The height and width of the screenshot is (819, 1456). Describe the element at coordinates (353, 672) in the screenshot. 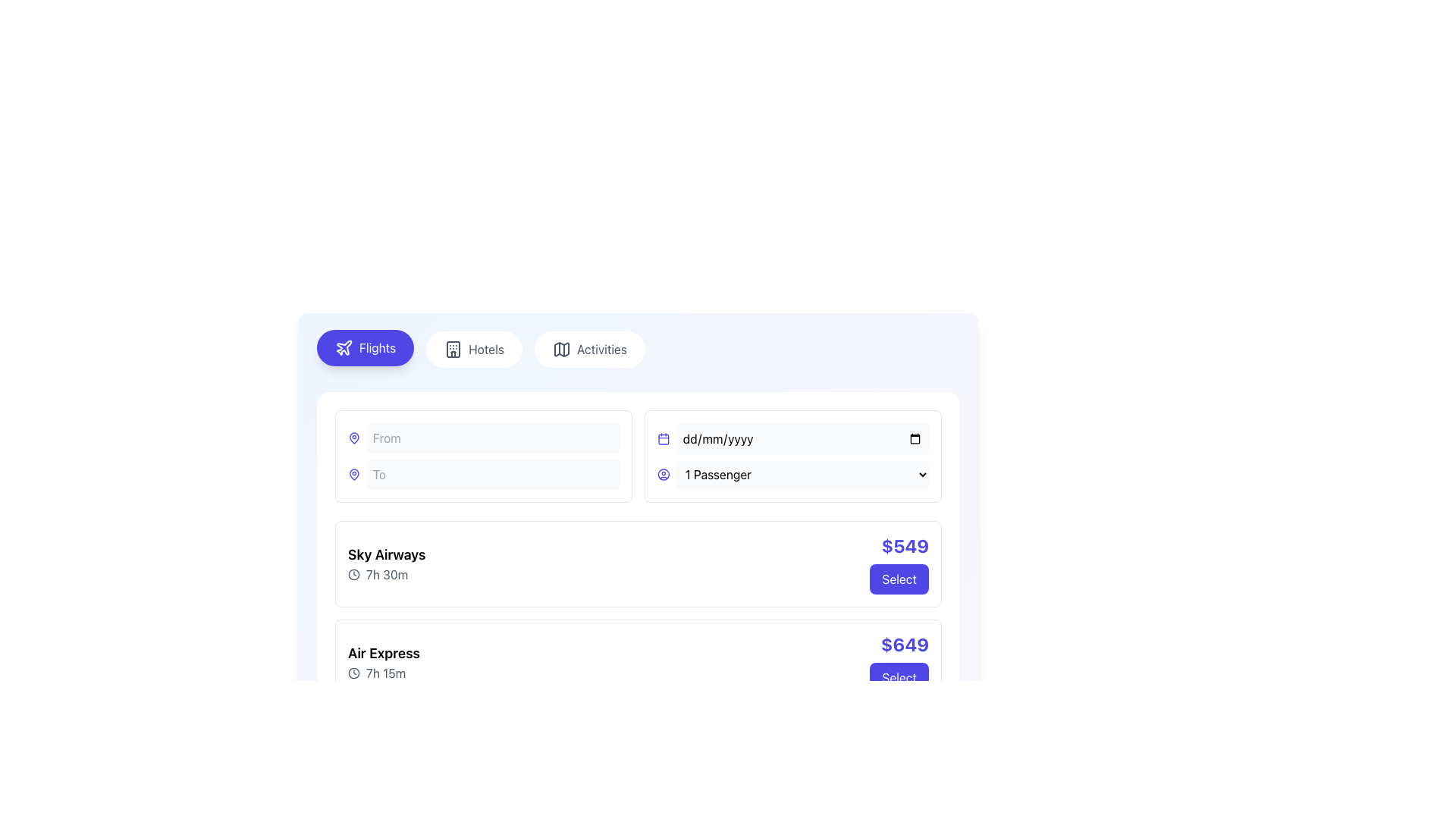

I see `the circular base of the clock icon located in the middle-left section of the page to note the time indication` at that location.